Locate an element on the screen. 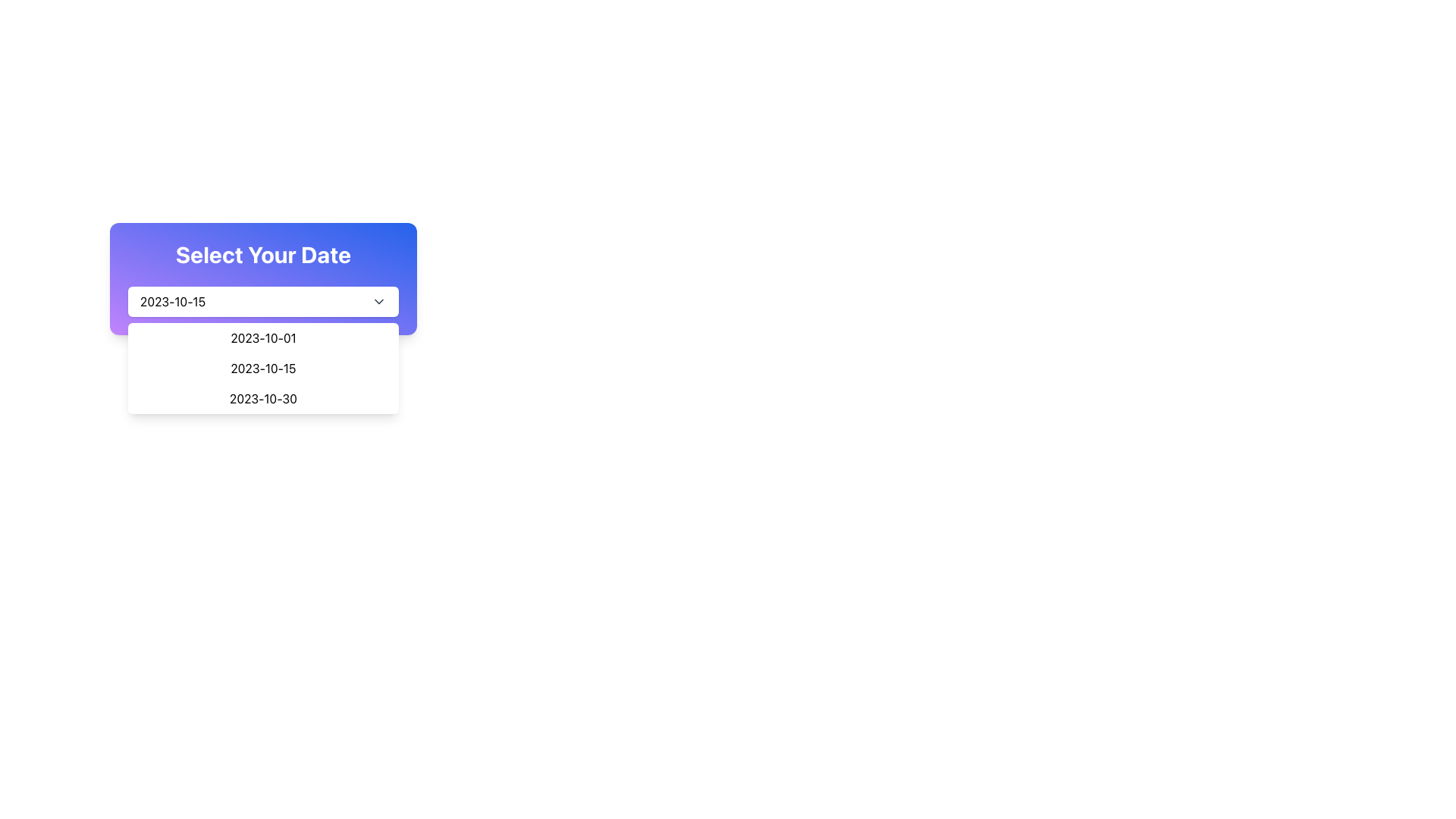 The height and width of the screenshot is (819, 1456). the downward-pointing gray chevron icon located to the right of the date display within the rectangular UI component is located at coordinates (378, 301).